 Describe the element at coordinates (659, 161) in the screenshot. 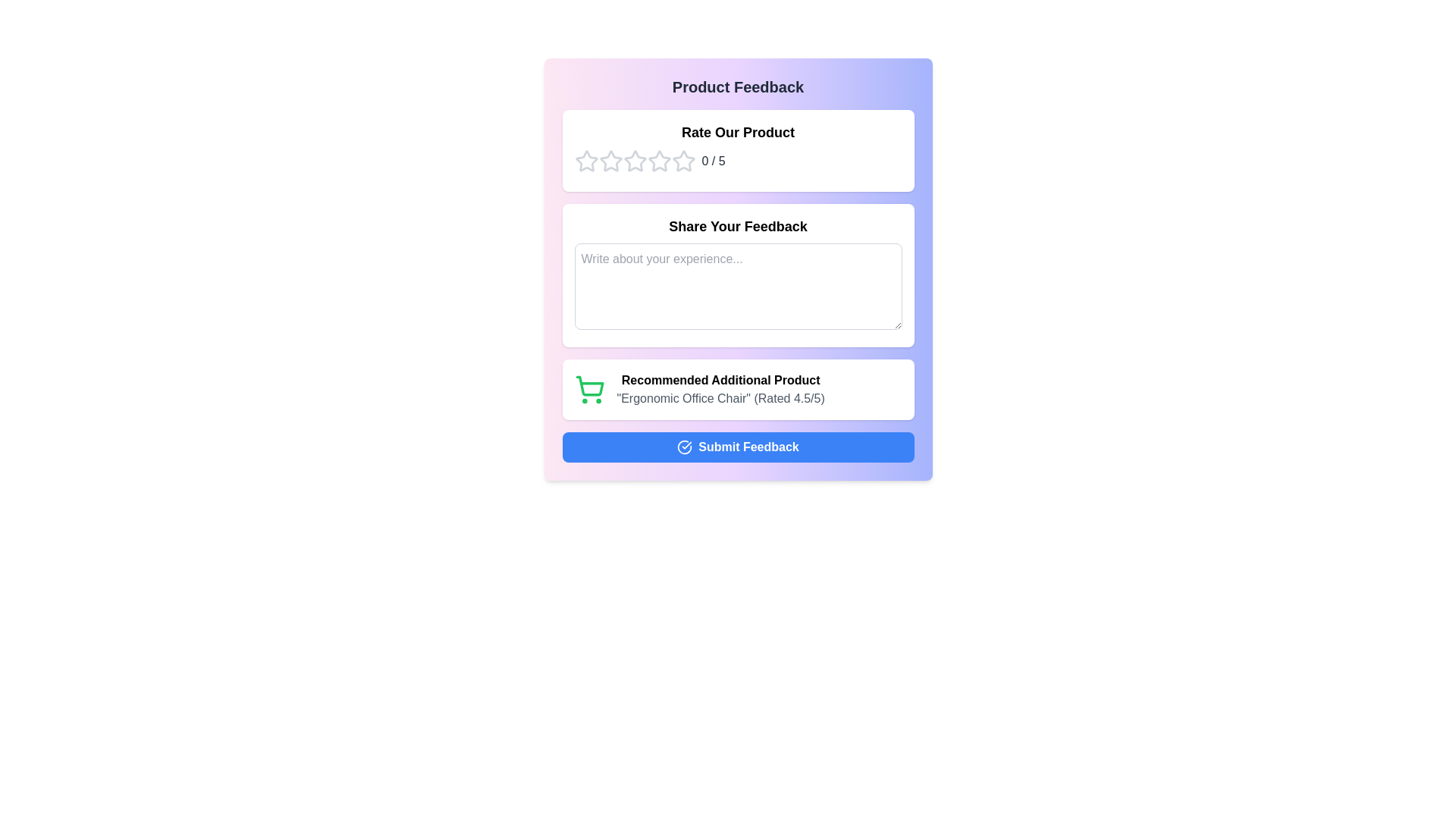

I see `the fourth star icon in the 'Rate Our Product' section to rate the product` at that location.